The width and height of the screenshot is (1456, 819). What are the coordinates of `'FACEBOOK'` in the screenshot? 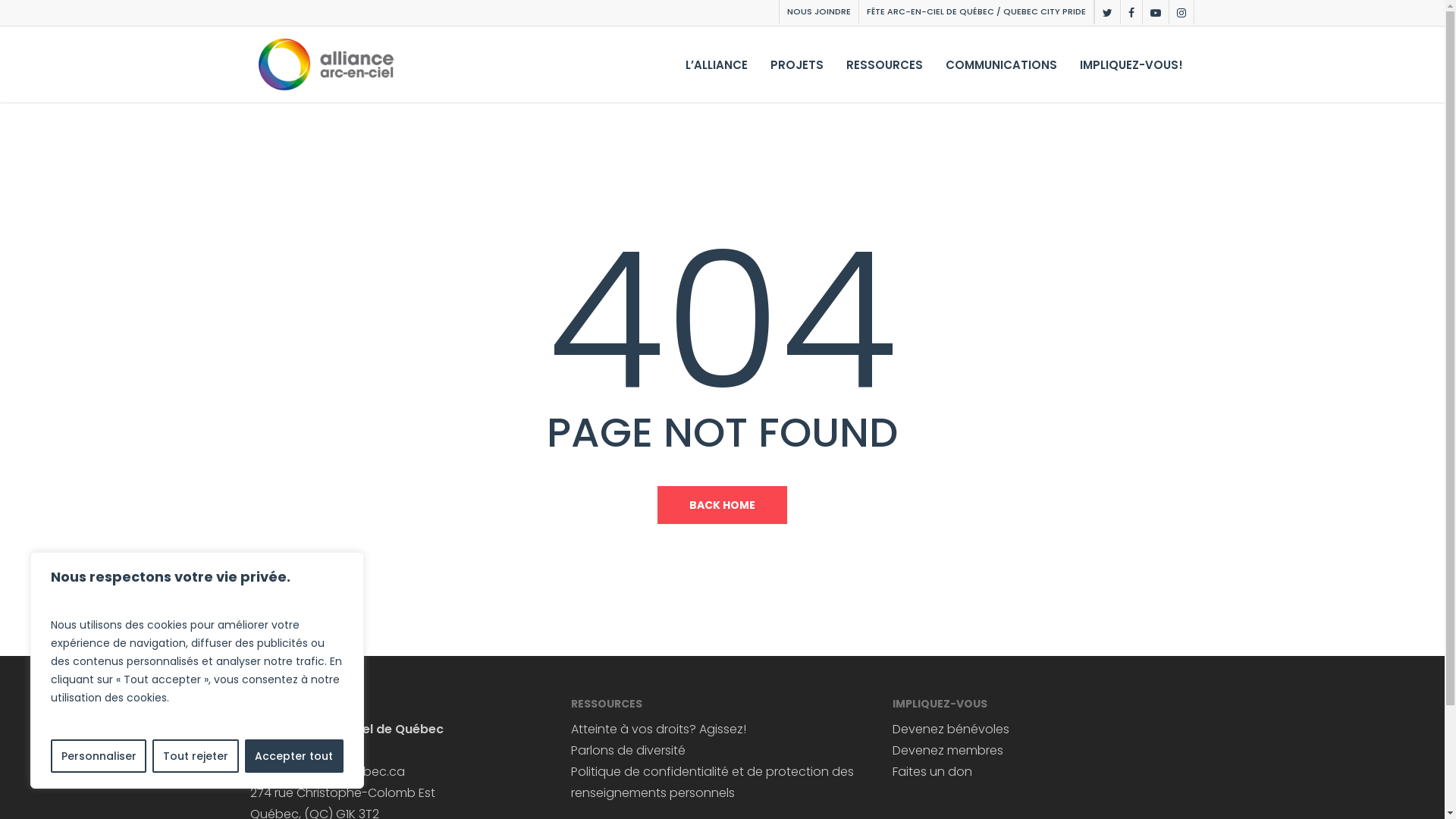 It's located at (1131, 11).